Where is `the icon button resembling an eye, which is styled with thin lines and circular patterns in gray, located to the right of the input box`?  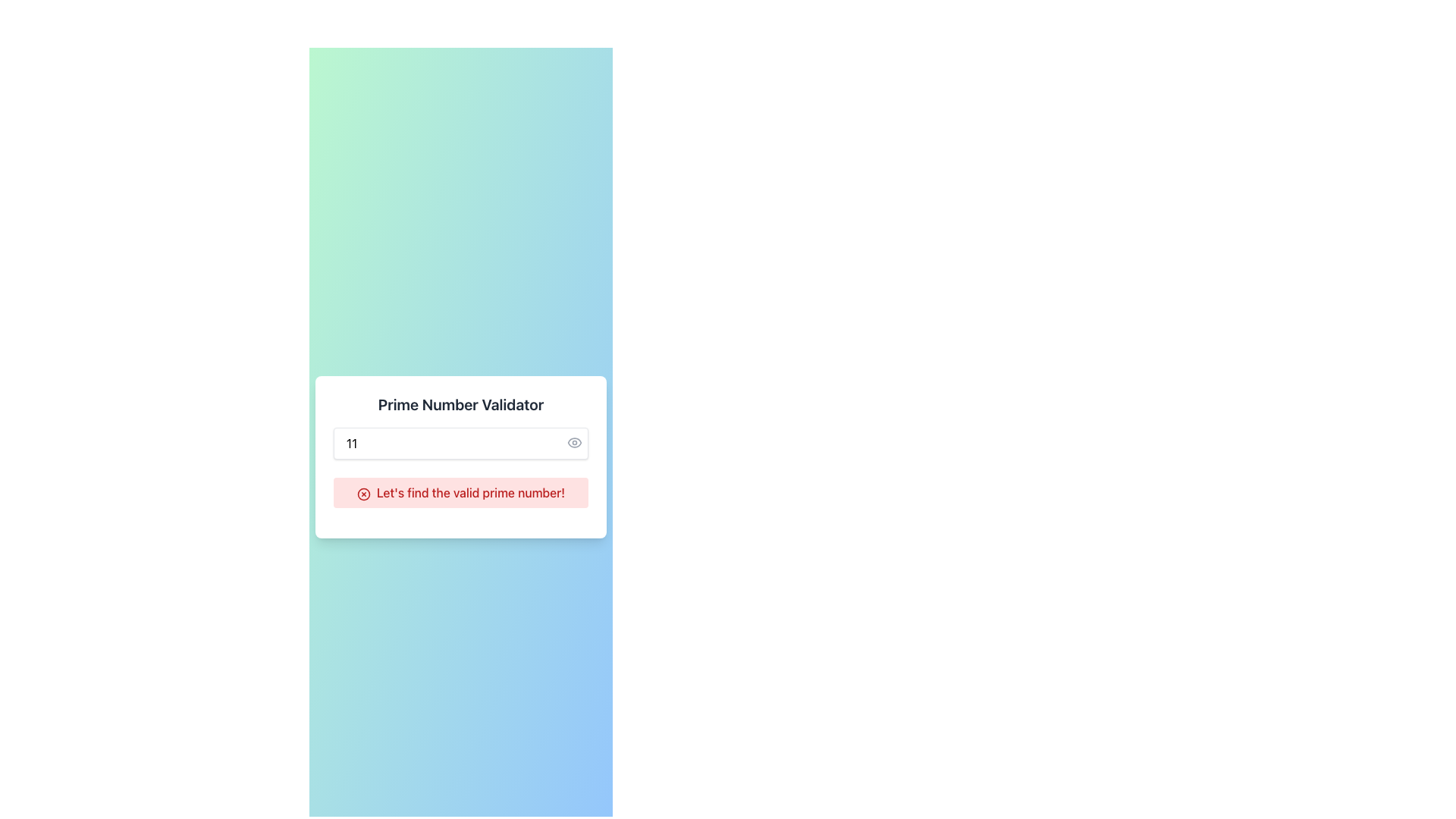
the icon button resembling an eye, which is styled with thin lines and circular patterns in gray, located to the right of the input box is located at coordinates (574, 442).